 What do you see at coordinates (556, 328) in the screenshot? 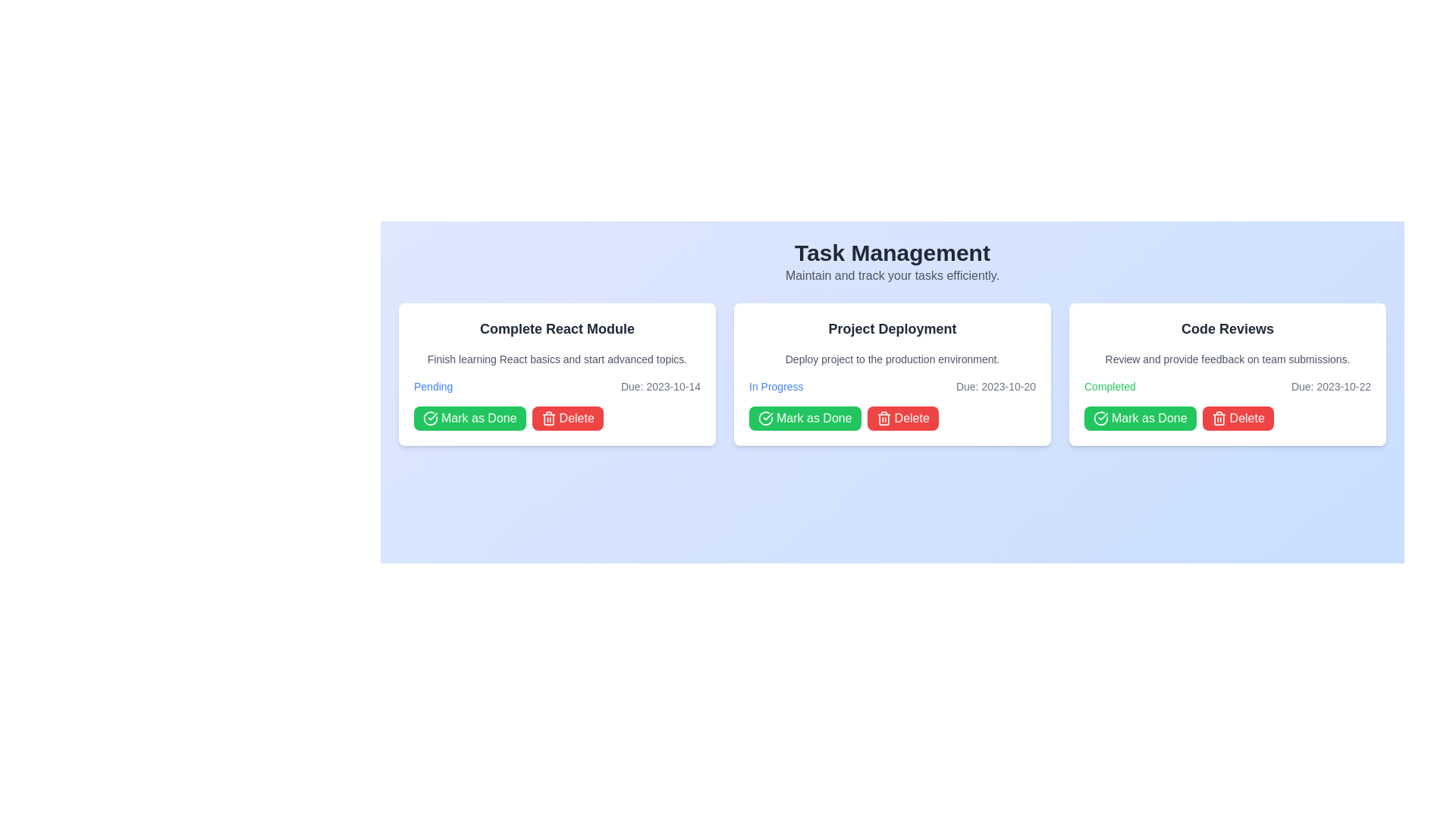
I see `the text label that serves as the title or heading for the first task card, located in the upper section of the card` at bounding box center [556, 328].